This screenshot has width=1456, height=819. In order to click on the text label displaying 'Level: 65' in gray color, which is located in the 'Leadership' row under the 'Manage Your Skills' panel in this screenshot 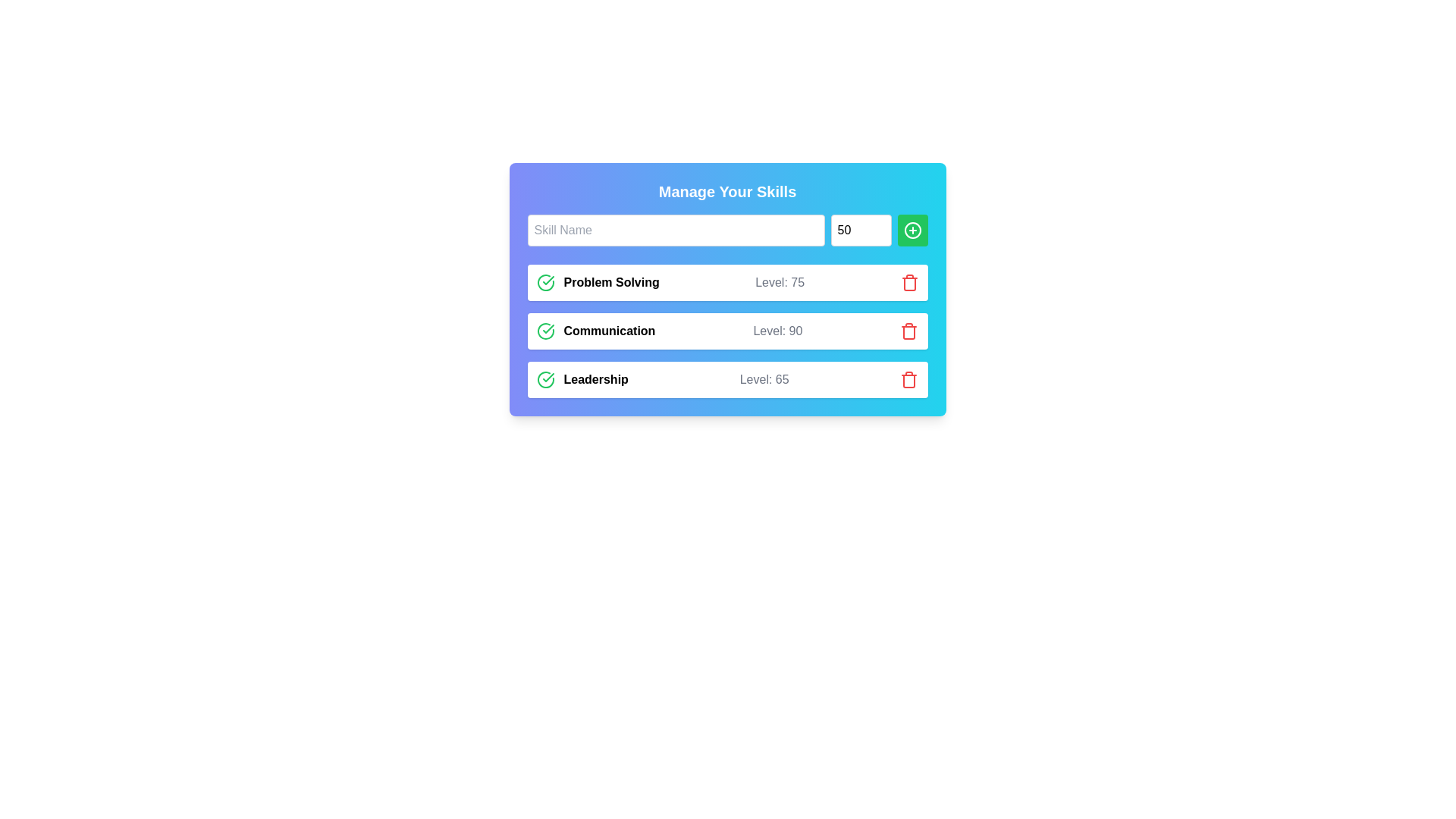, I will do `click(764, 379)`.